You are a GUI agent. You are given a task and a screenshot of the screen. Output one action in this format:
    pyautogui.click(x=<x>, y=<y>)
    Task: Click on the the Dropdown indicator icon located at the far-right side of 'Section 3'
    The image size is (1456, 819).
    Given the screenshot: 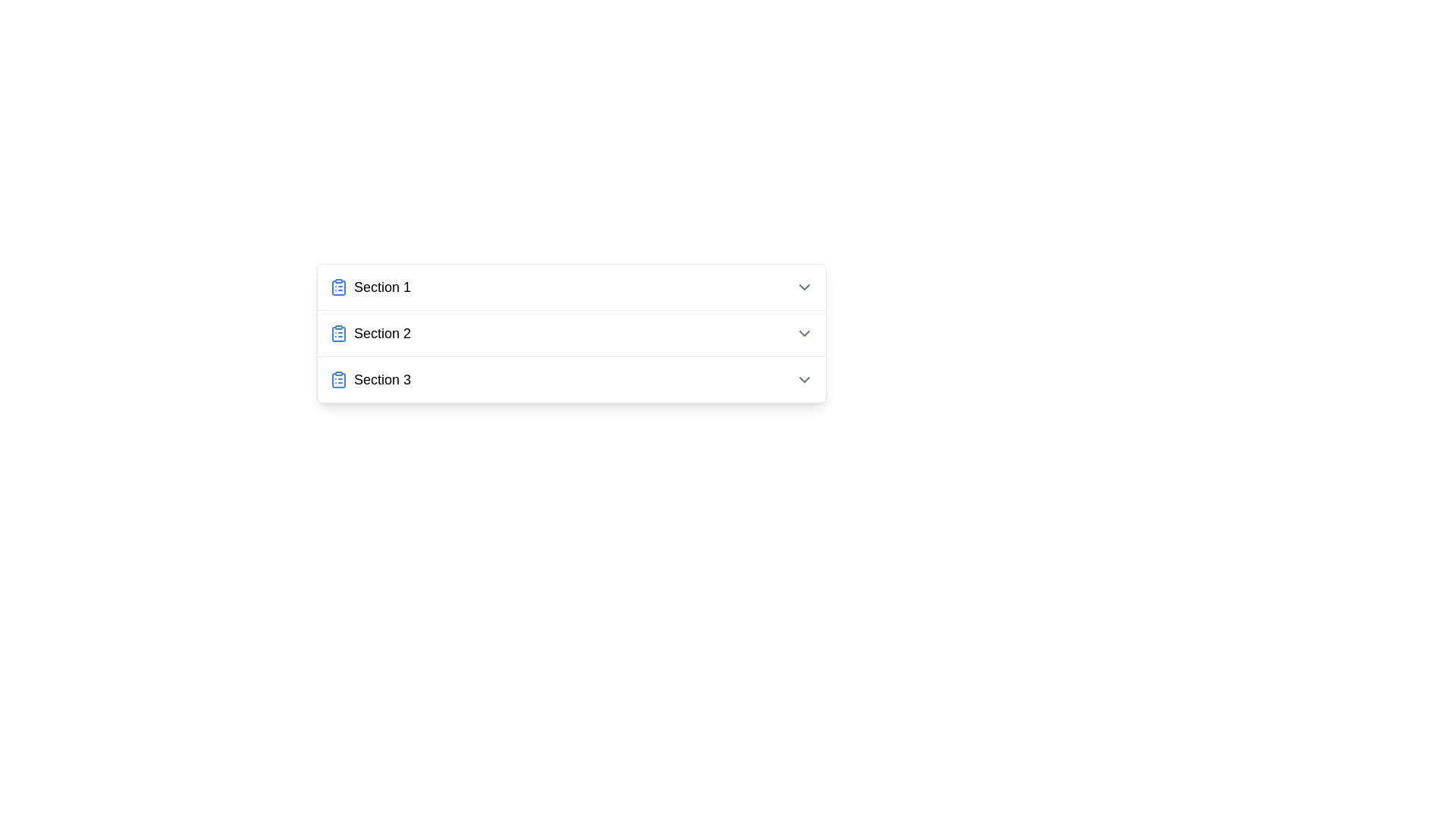 What is the action you would take?
    pyautogui.click(x=803, y=379)
    